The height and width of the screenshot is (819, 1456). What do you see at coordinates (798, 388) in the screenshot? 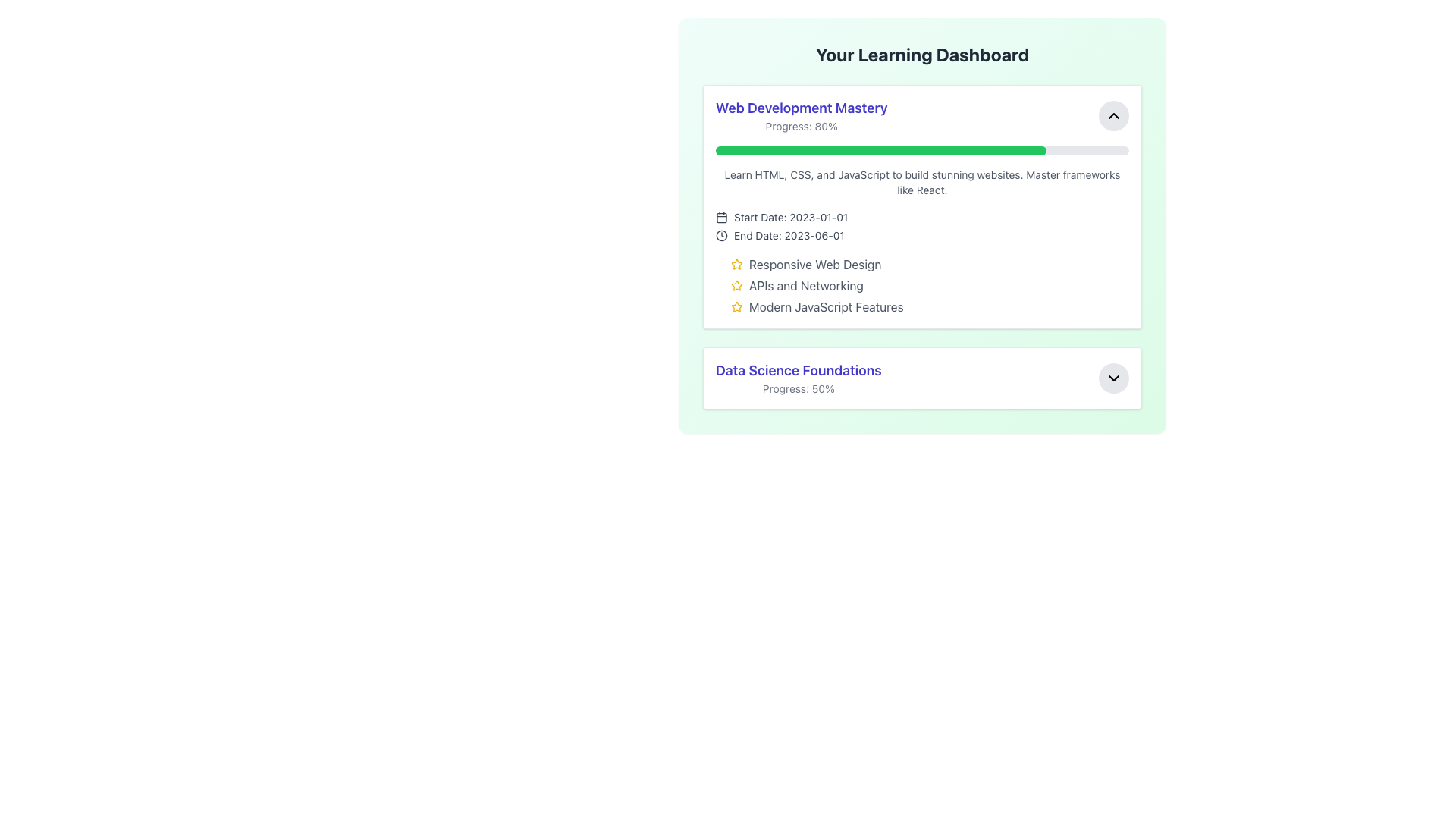
I see `the informational indicator Text Label that displays the progress percentage for the 'Data Science Foundations' course, positioned directly under the course title` at bounding box center [798, 388].